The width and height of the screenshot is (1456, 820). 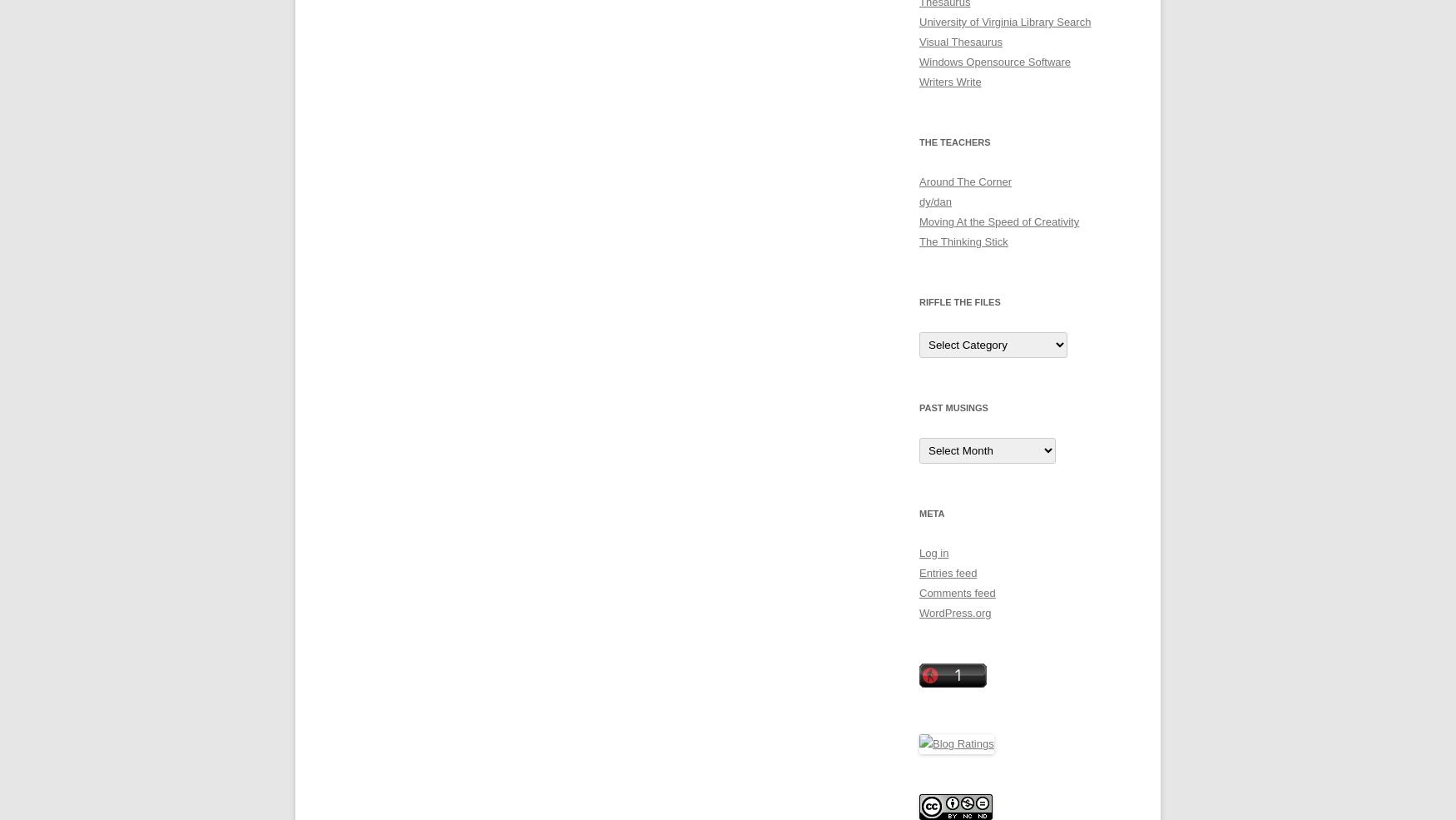 What do you see at coordinates (994, 61) in the screenshot?
I see `'Windows Opensource Software'` at bounding box center [994, 61].